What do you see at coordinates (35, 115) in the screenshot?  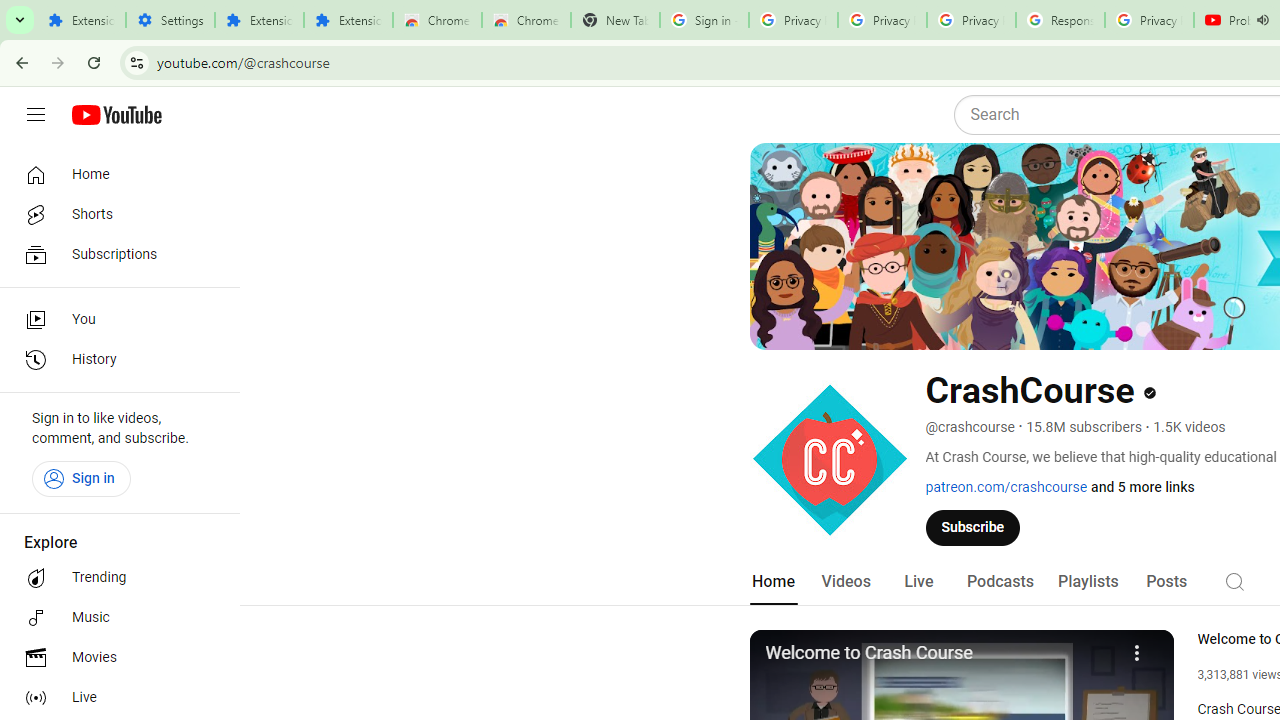 I see `'Guide'` at bounding box center [35, 115].